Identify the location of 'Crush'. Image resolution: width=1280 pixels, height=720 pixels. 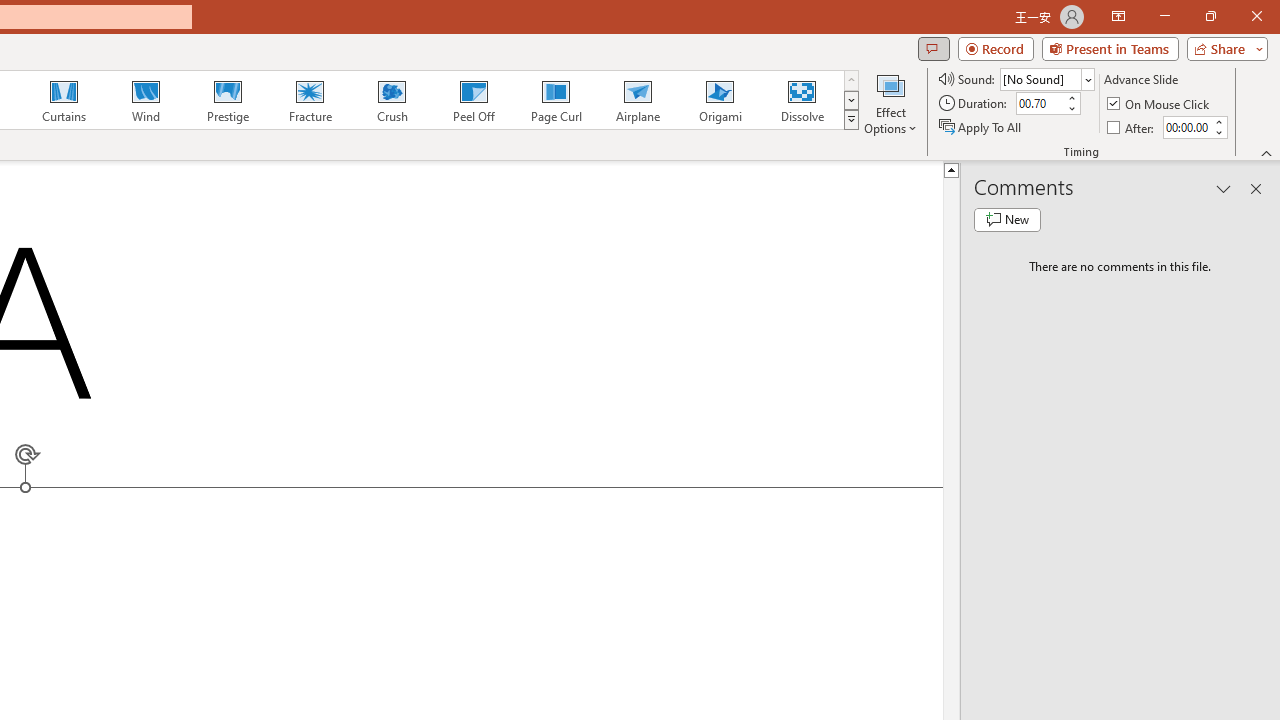
(391, 100).